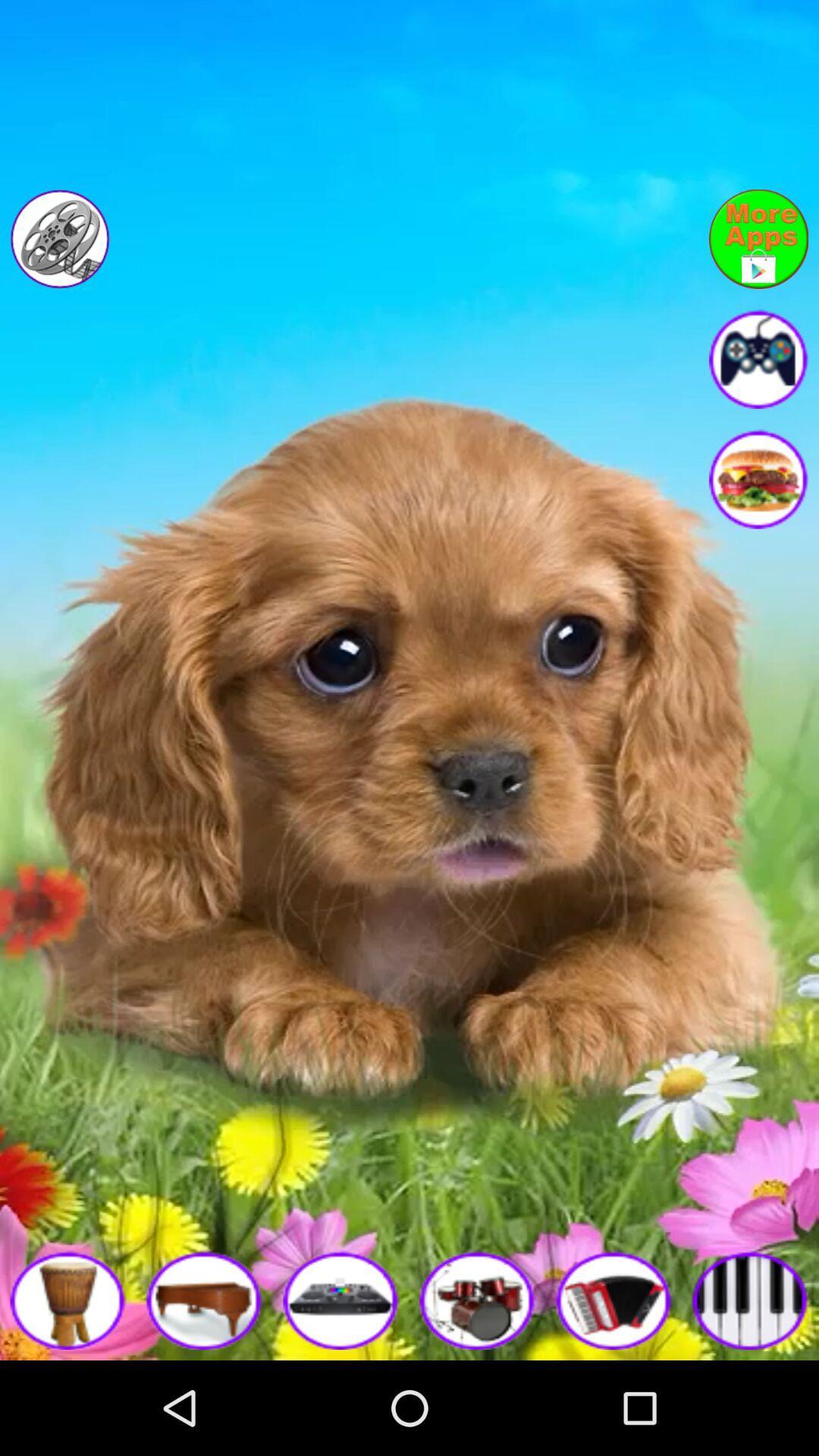 Image resolution: width=819 pixels, height=1456 pixels. Describe the element at coordinates (614, 1299) in the screenshot. I see `the accordion music instrument` at that location.